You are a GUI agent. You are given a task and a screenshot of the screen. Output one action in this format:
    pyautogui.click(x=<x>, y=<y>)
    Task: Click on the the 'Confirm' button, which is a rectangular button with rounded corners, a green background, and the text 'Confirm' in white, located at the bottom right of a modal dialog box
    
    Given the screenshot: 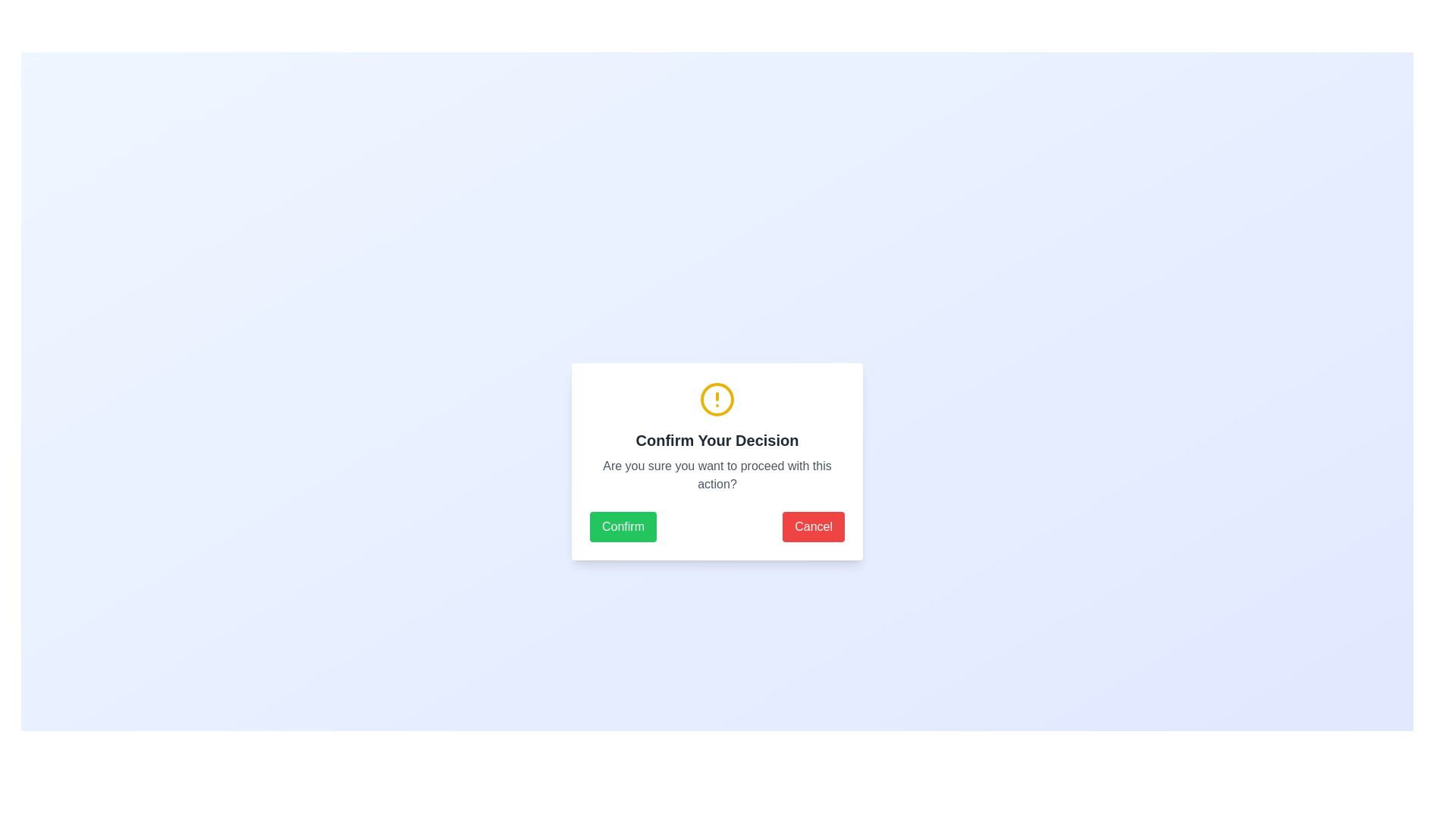 What is the action you would take?
    pyautogui.click(x=623, y=526)
    